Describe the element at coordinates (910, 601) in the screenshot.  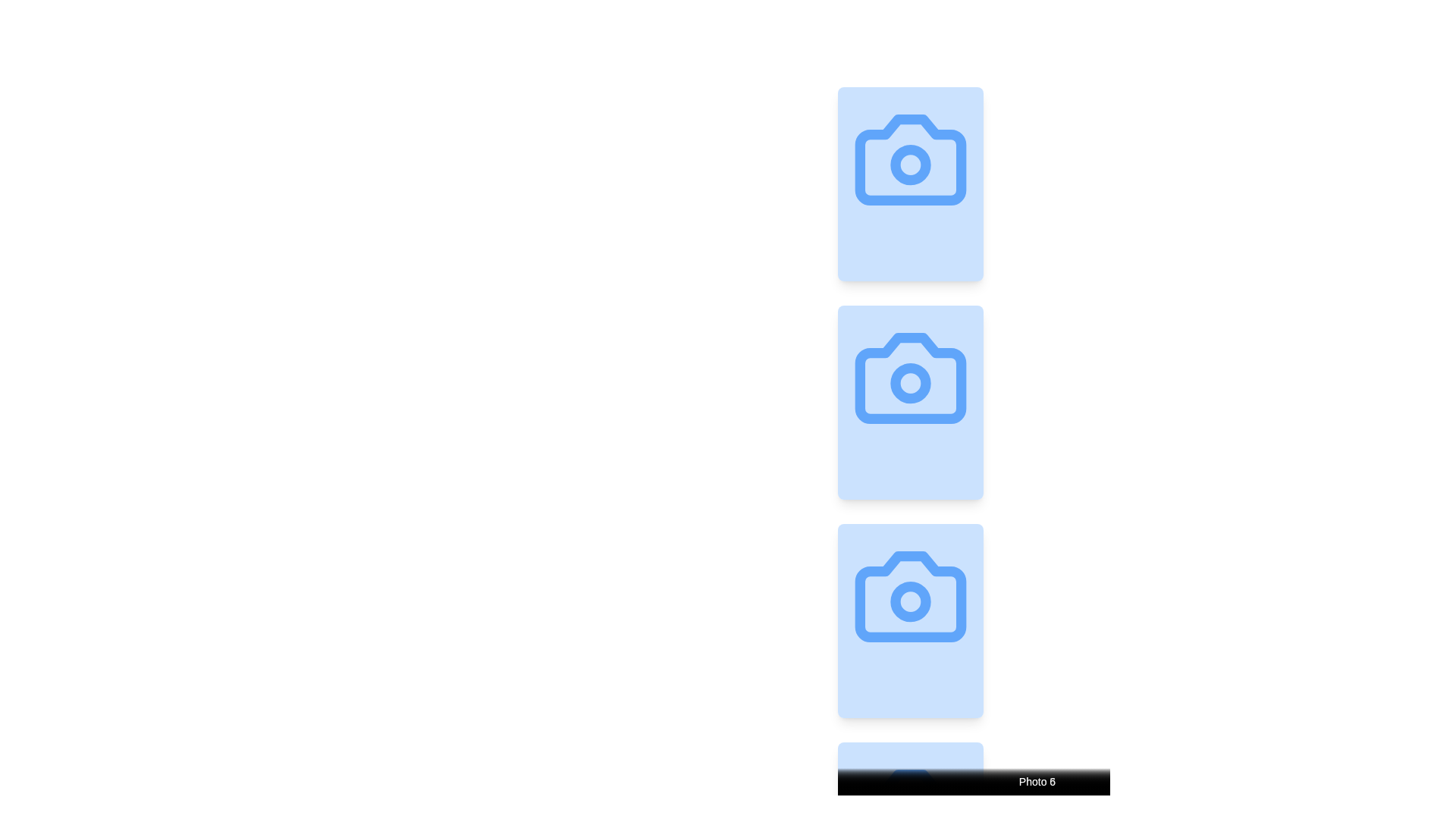
I see `the small circular SVG element that represents the lens of the camera icon, which is the third in a vertical sequence of camera icons` at that location.